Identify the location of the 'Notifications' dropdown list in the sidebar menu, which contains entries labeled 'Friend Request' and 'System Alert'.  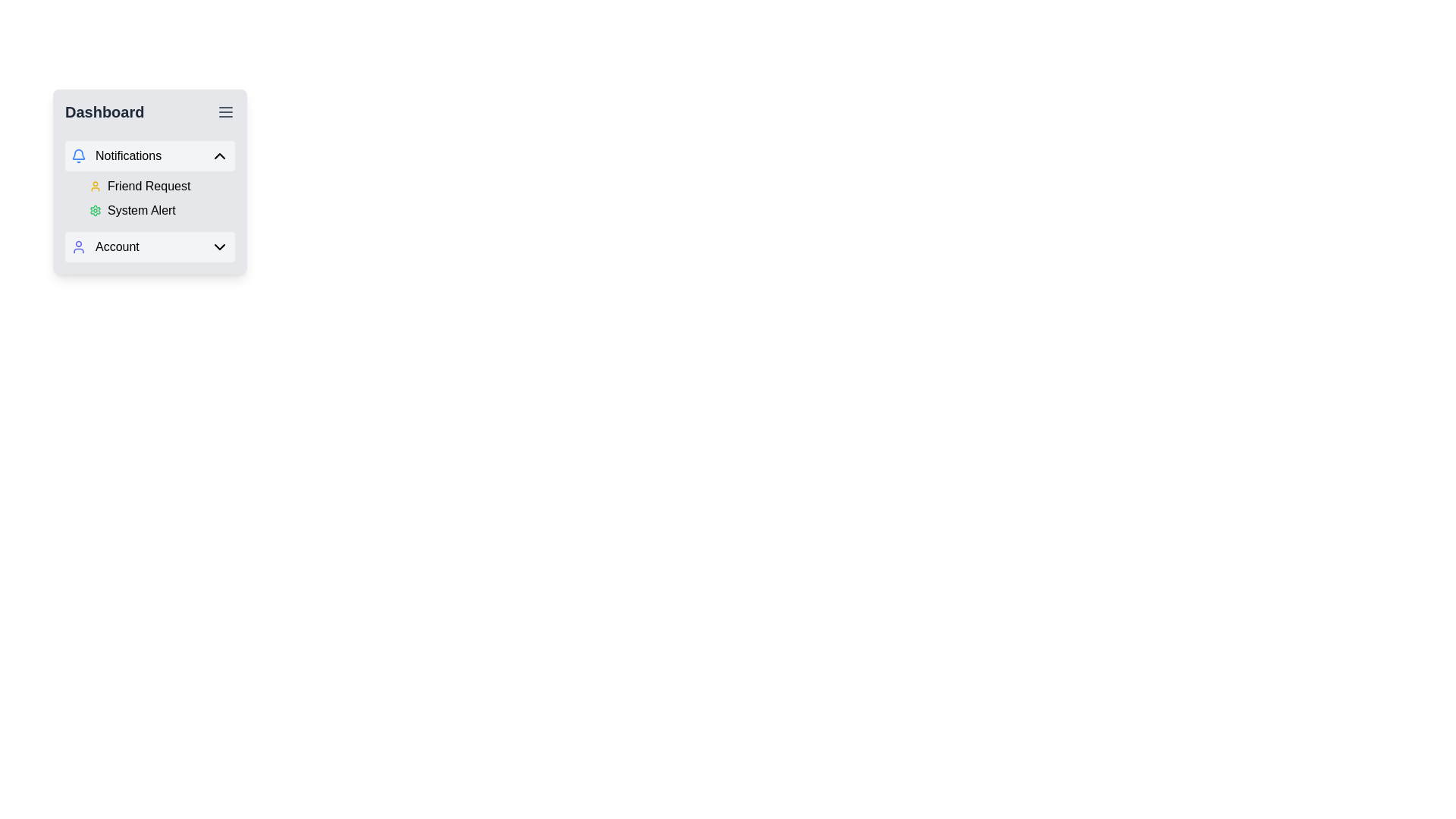
(149, 180).